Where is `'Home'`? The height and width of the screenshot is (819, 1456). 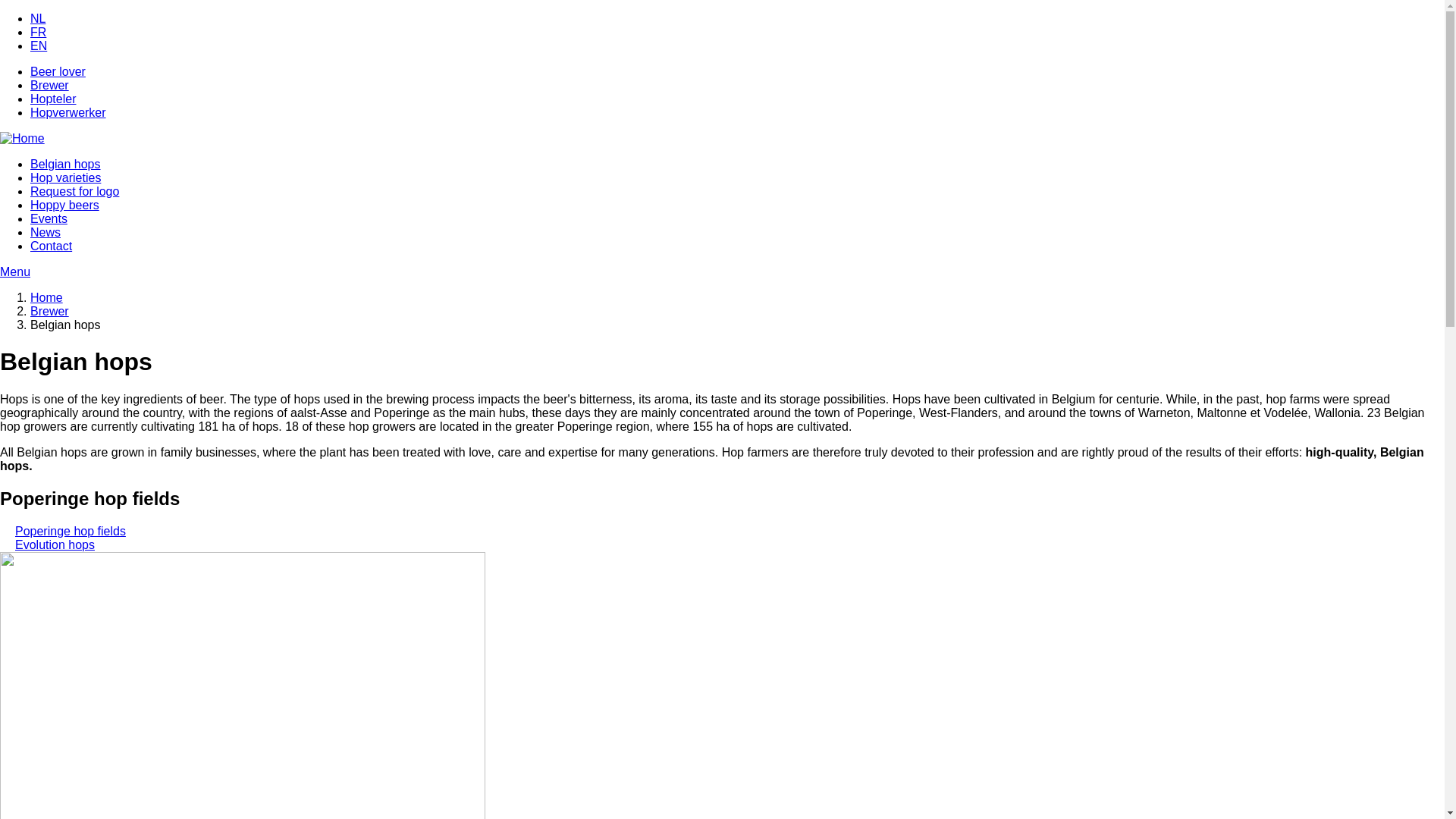
'Home' is located at coordinates (46, 297).